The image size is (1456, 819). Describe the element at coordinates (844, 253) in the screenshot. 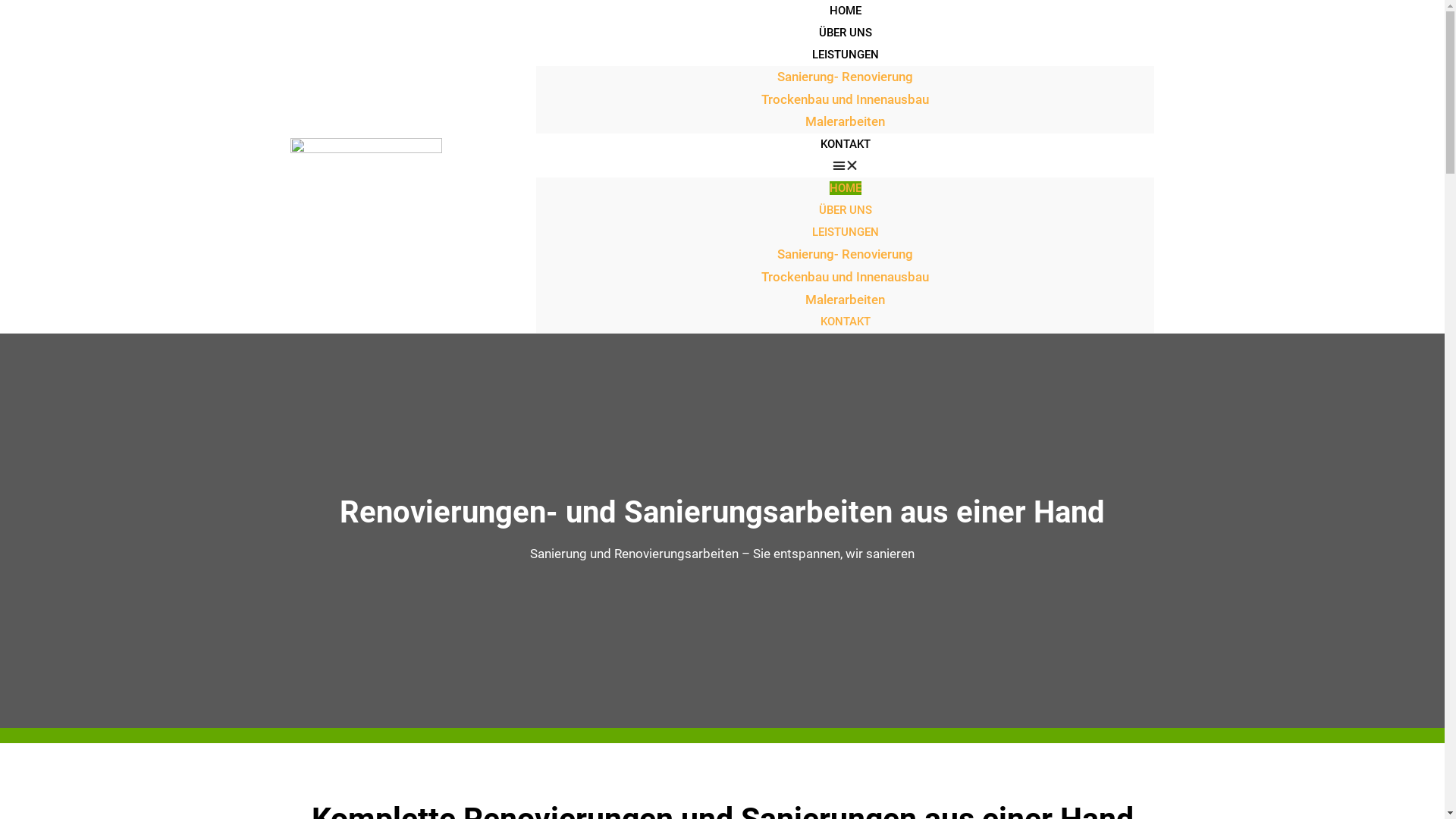

I see `'Sanierung- Renovierung'` at that location.